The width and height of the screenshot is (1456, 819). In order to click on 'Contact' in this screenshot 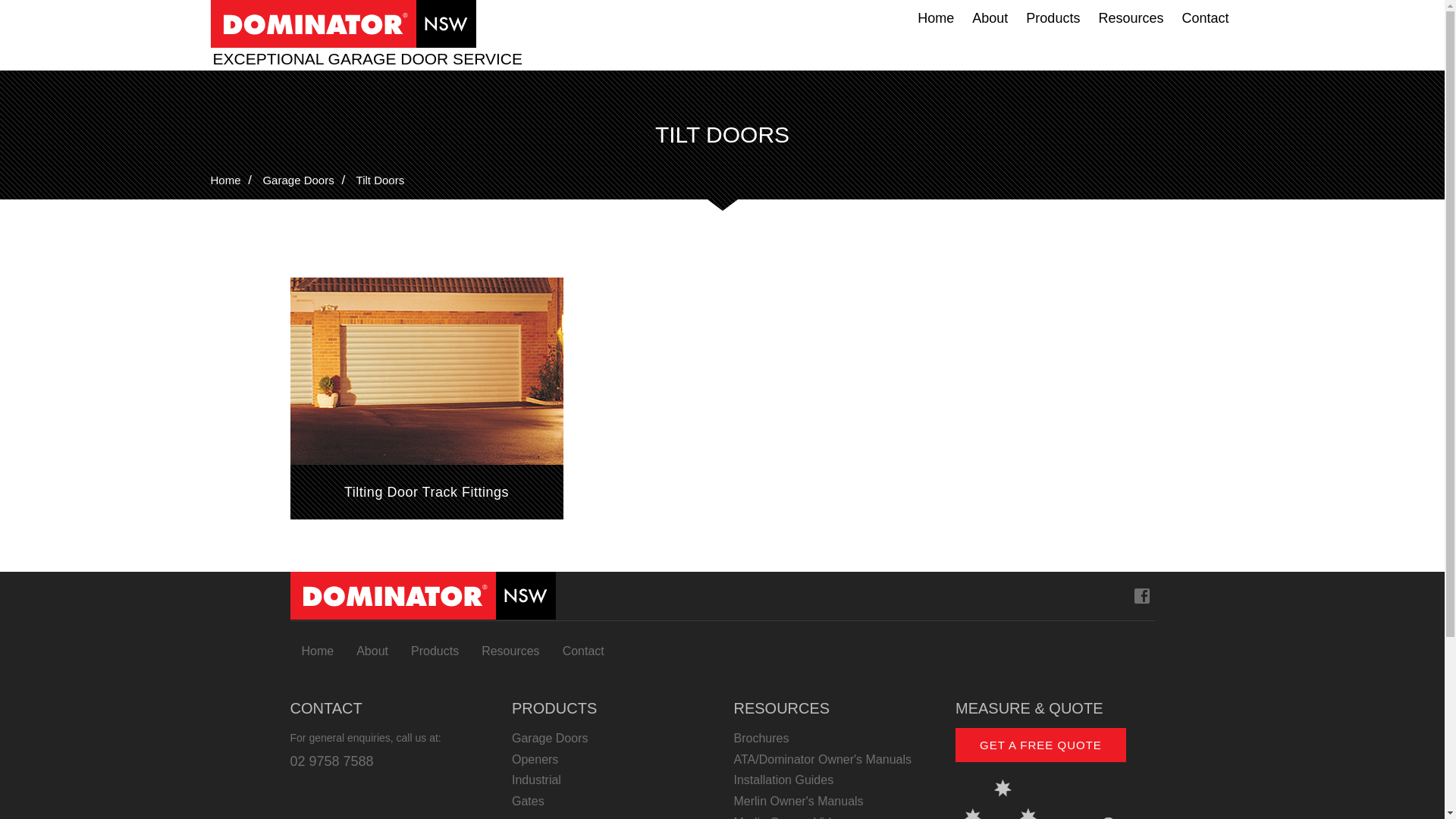, I will do `click(582, 651)`.